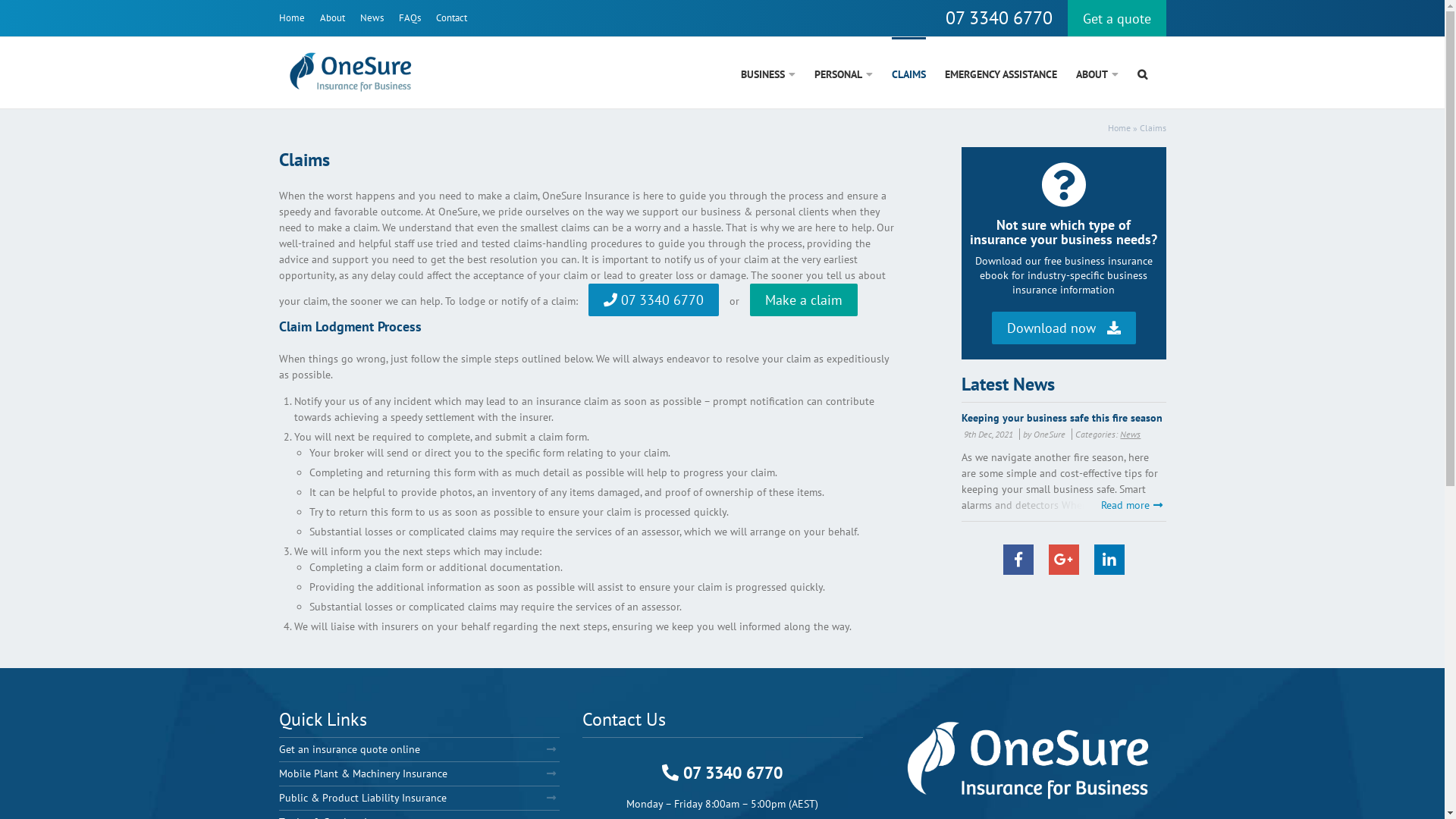 The width and height of the screenshot is (1456, 819). What do you see at coordinates (662, 772) in the screenshot?
I see `'07 3340 6770'` at bounding box center [662, 772].